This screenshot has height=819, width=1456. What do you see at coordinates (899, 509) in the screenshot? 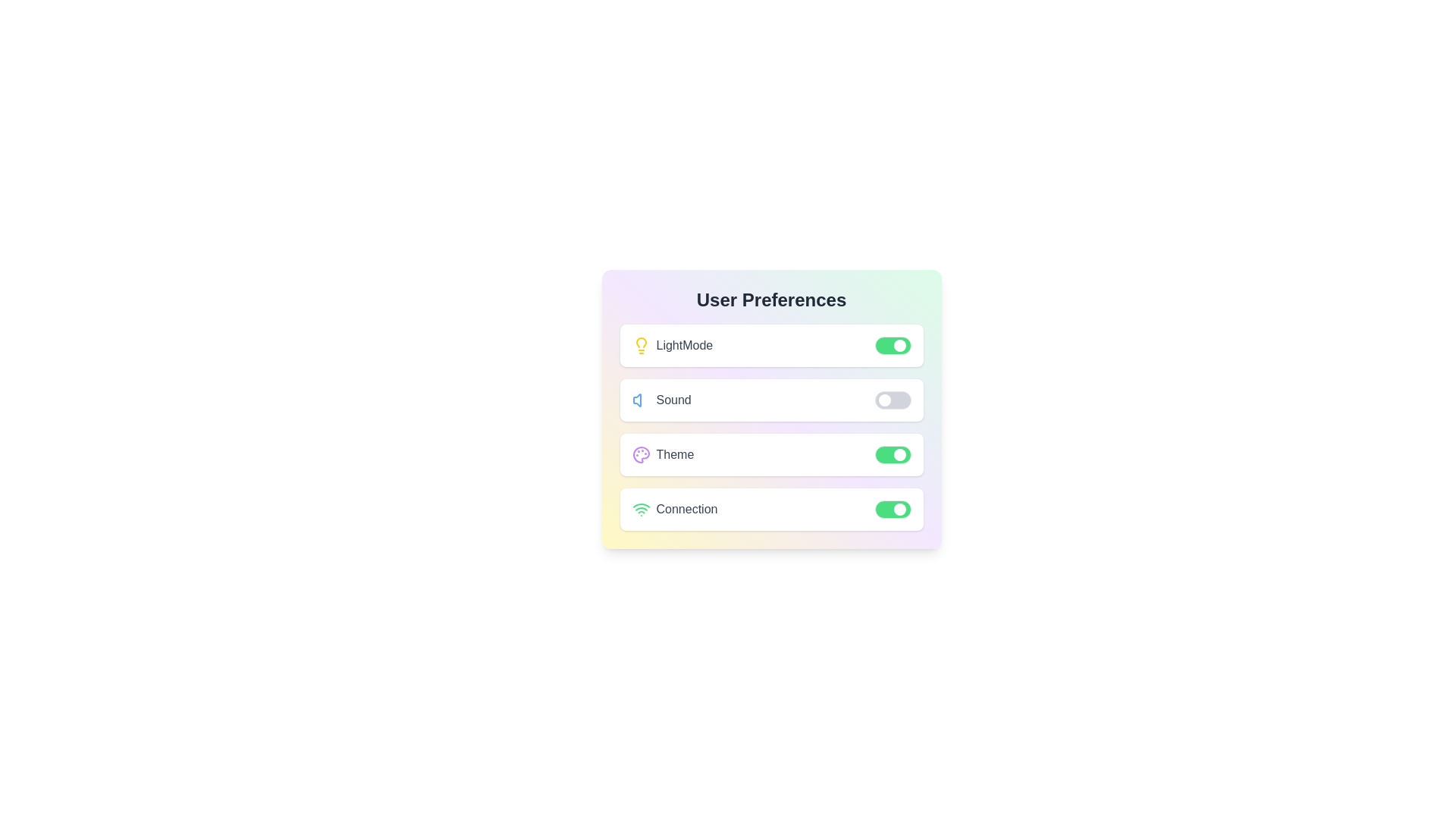
I see `the active circular toggle indicator located inside the green toggle button associated with the 'Connection' label in the 'User Preferences' section to change its state` at bounding box center [899, 509].